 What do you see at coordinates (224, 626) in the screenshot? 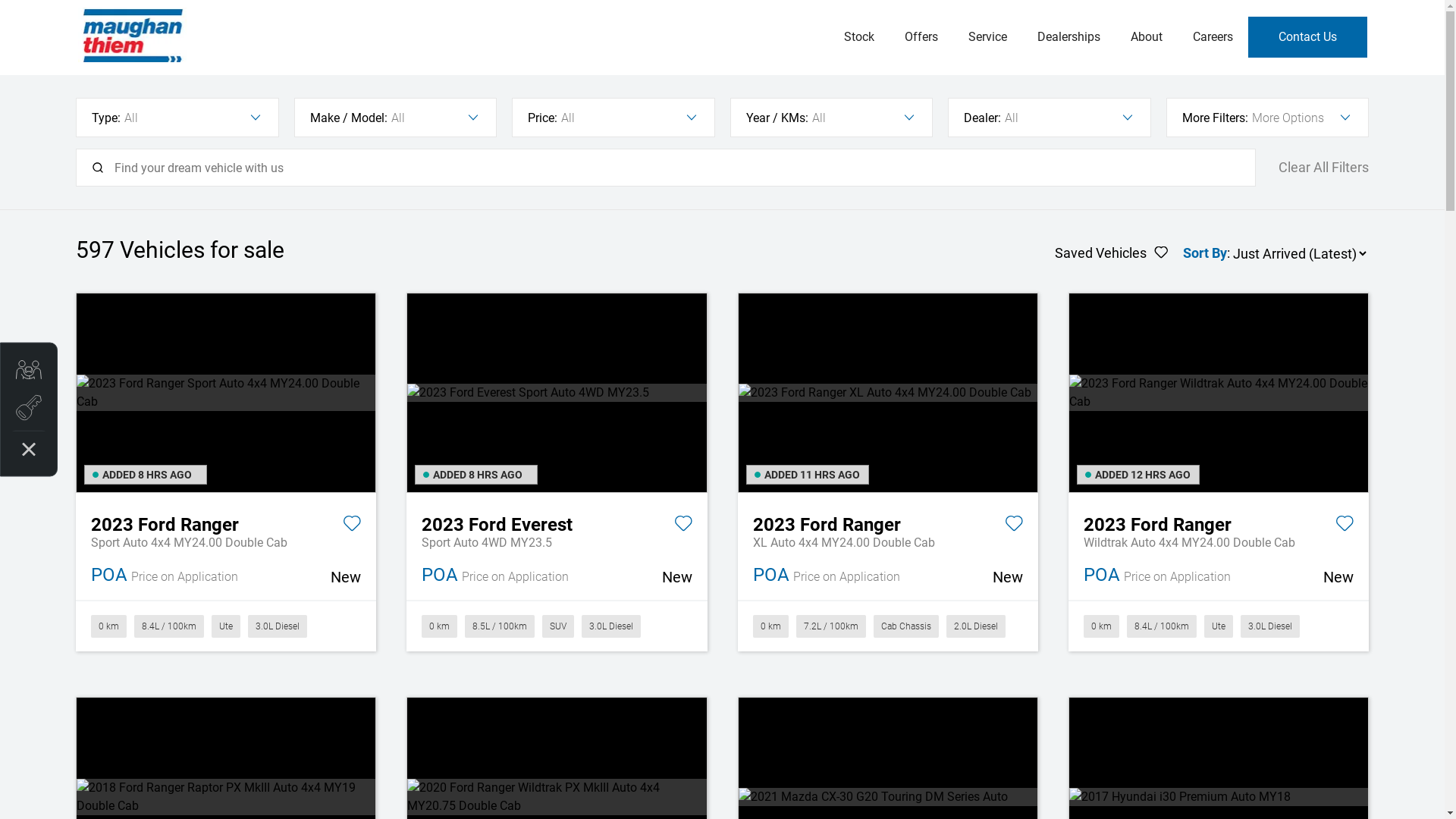
I see `'0 km` at bounding box center [224, 626].